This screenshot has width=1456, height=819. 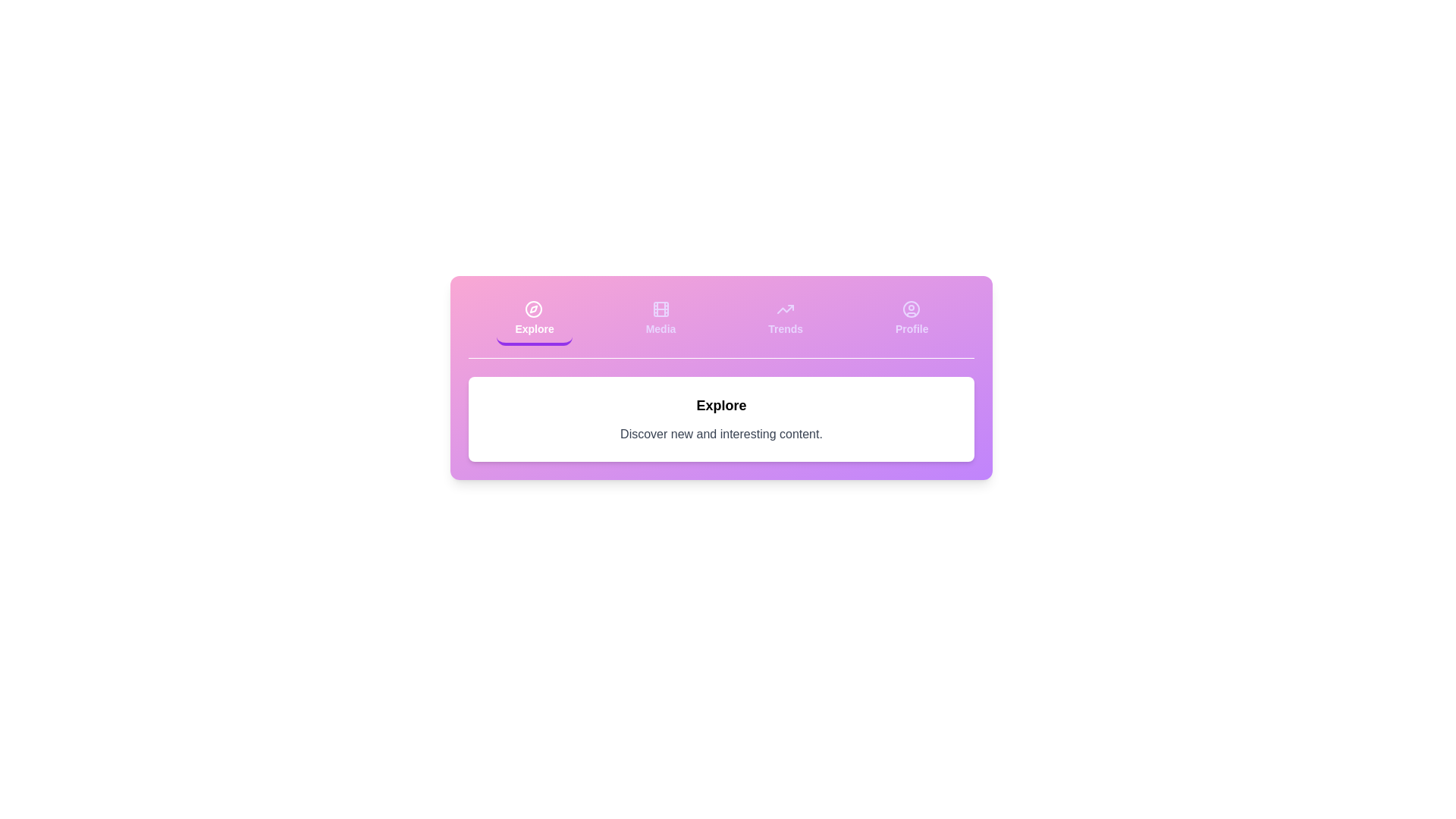 I want to click on the tab button labeled Profile to switch to the corresponding tab, so click(x=910, y=318).